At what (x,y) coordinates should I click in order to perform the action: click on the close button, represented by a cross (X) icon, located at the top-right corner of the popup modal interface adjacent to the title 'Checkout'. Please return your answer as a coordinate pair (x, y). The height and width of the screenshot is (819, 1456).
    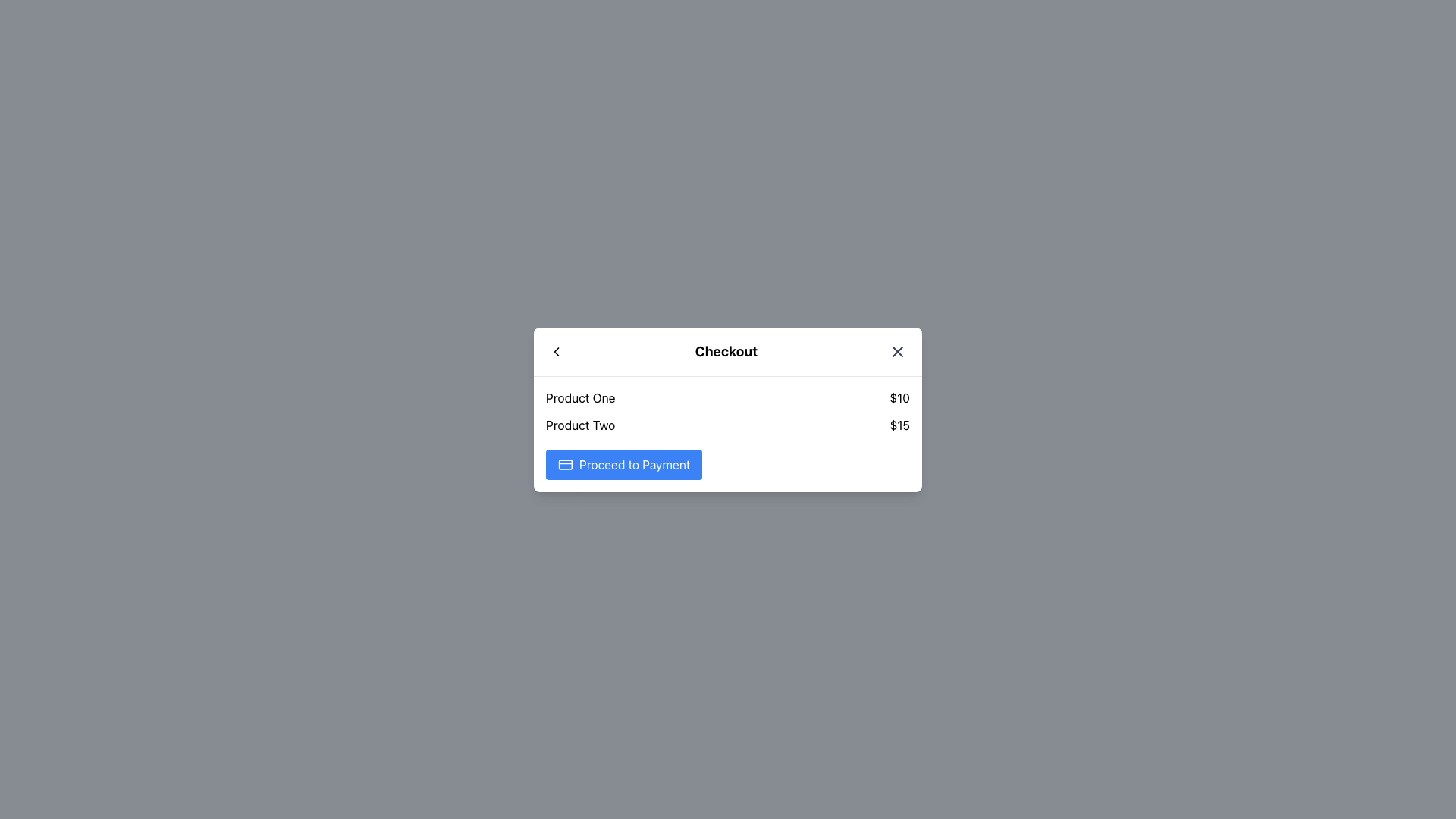
    Looking at the image, I should click on (898, 351).